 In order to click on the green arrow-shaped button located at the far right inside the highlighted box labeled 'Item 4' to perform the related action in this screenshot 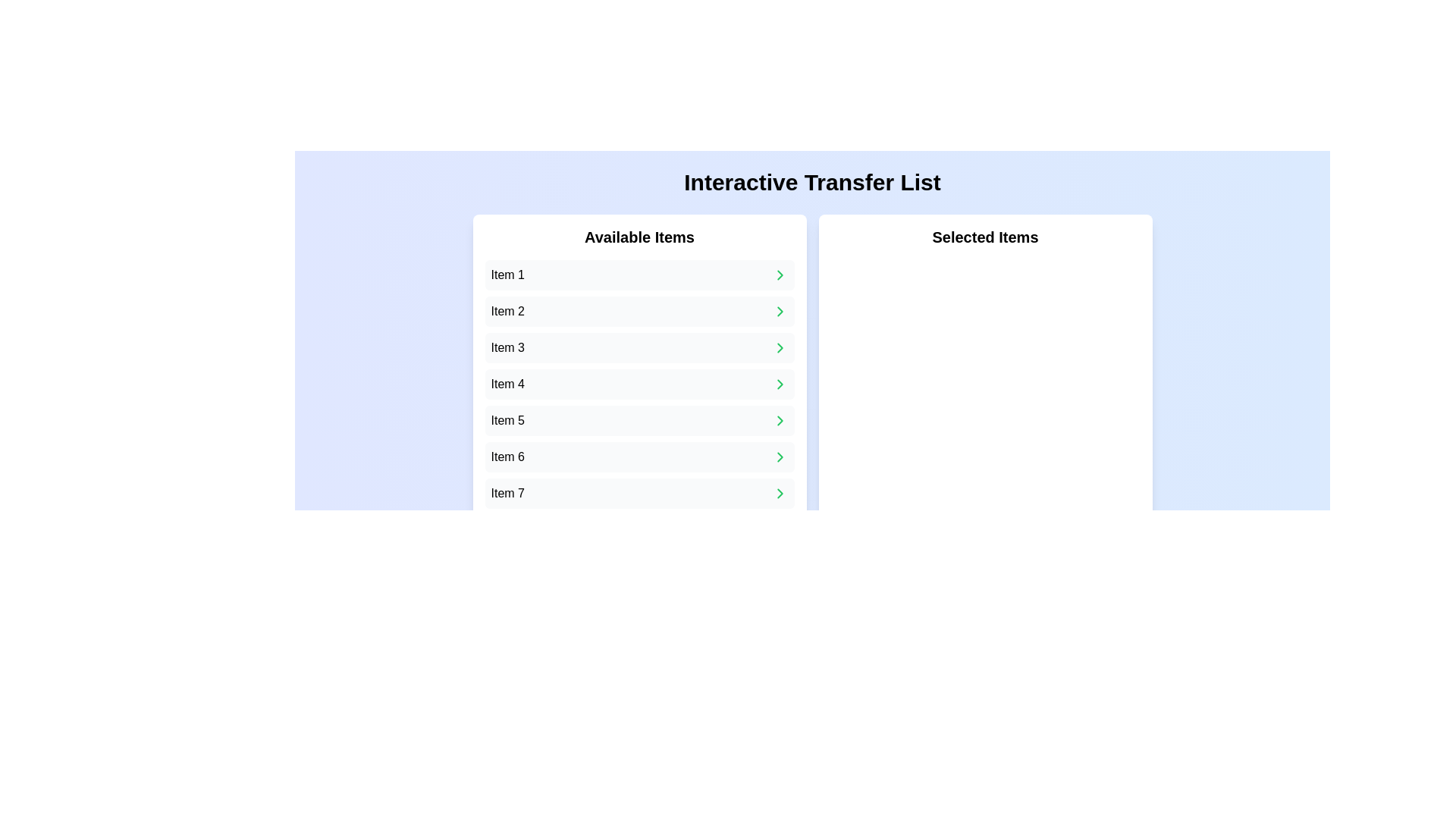, I will do `click(780, 383)`.